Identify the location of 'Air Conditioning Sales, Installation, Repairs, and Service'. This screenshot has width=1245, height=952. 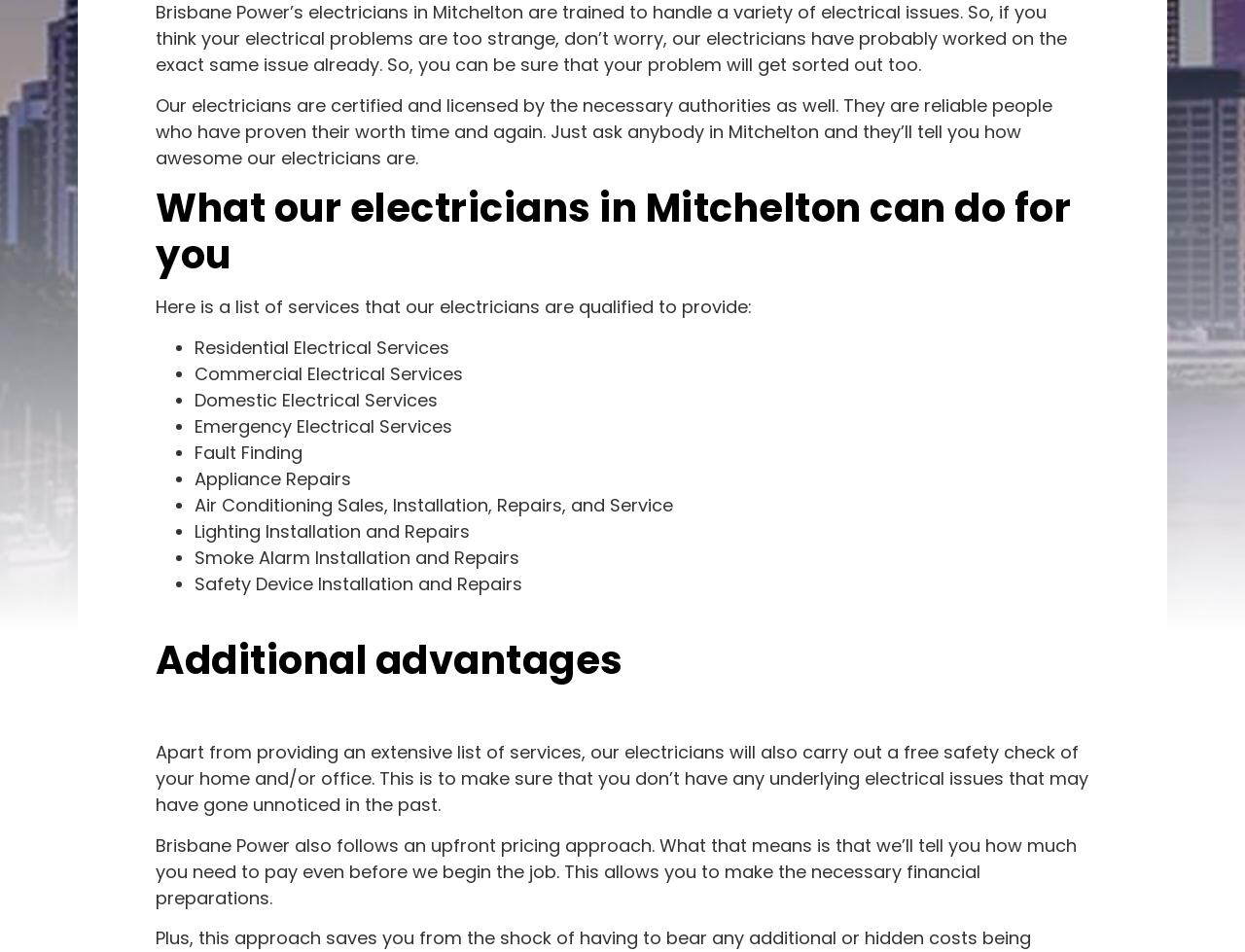
(432, 503).